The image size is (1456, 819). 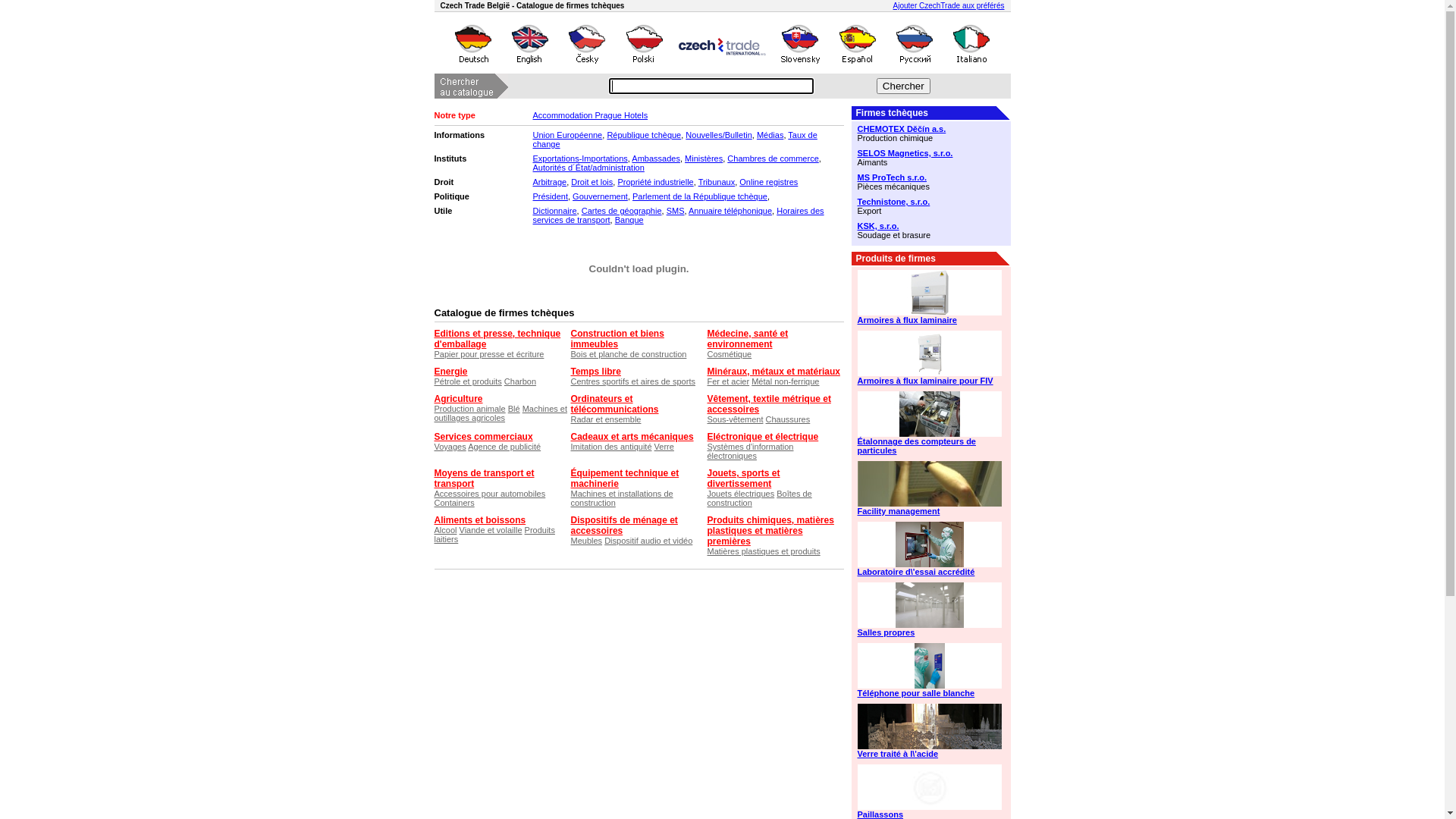 I want to click on 'Dictionnaire', so click(x=553, y=210).